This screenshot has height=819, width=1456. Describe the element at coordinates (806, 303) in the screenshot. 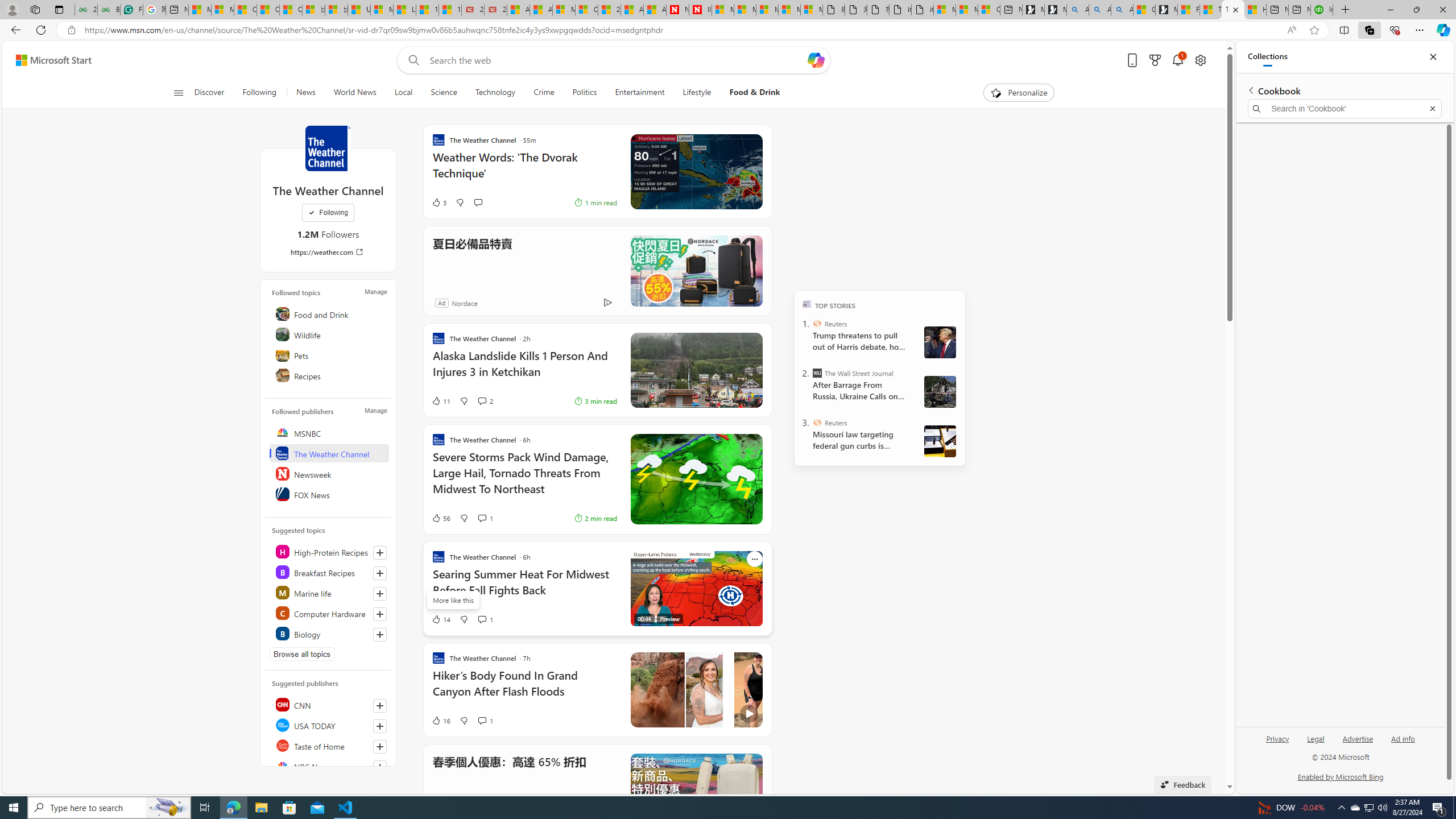

I see `'TOP'` at that location.